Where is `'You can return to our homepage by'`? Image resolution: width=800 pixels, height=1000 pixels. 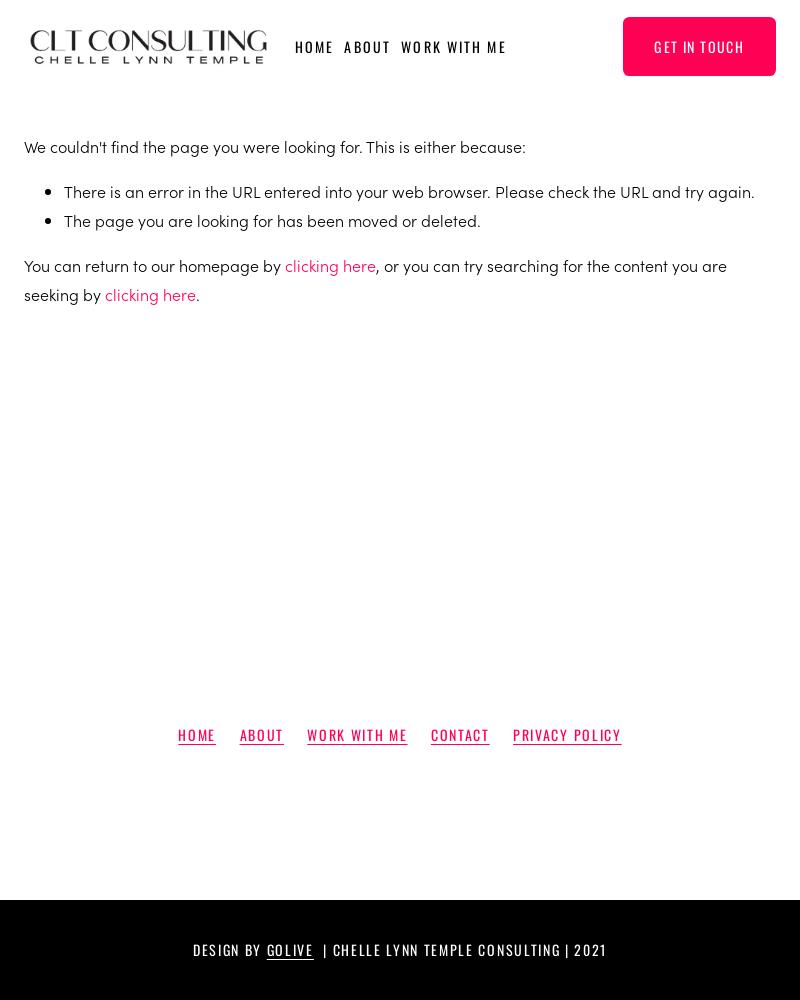 'You can return to our homepage by' is located at coordinates (154, 264).